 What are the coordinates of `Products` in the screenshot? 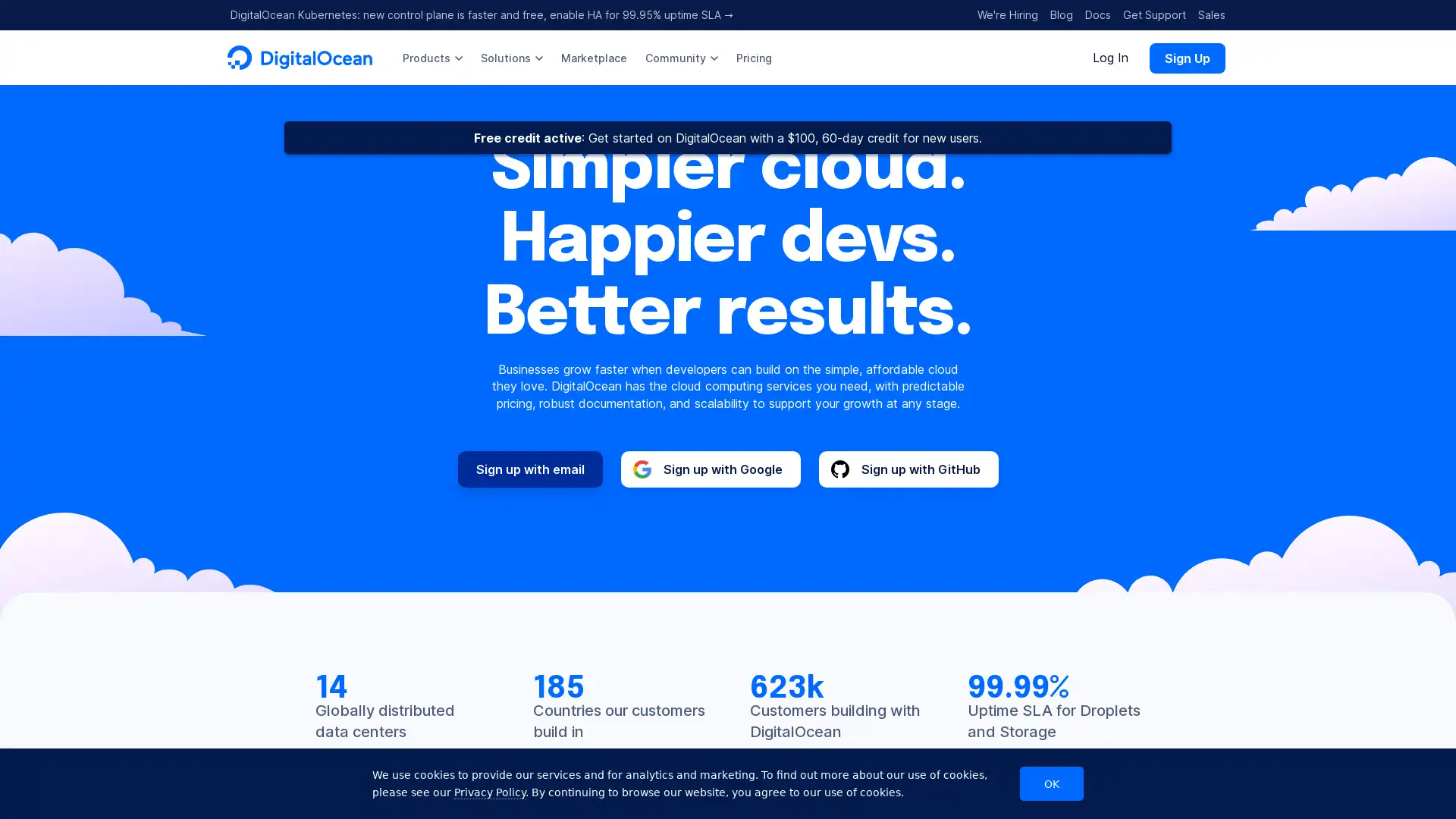 It's located at (431, 57).